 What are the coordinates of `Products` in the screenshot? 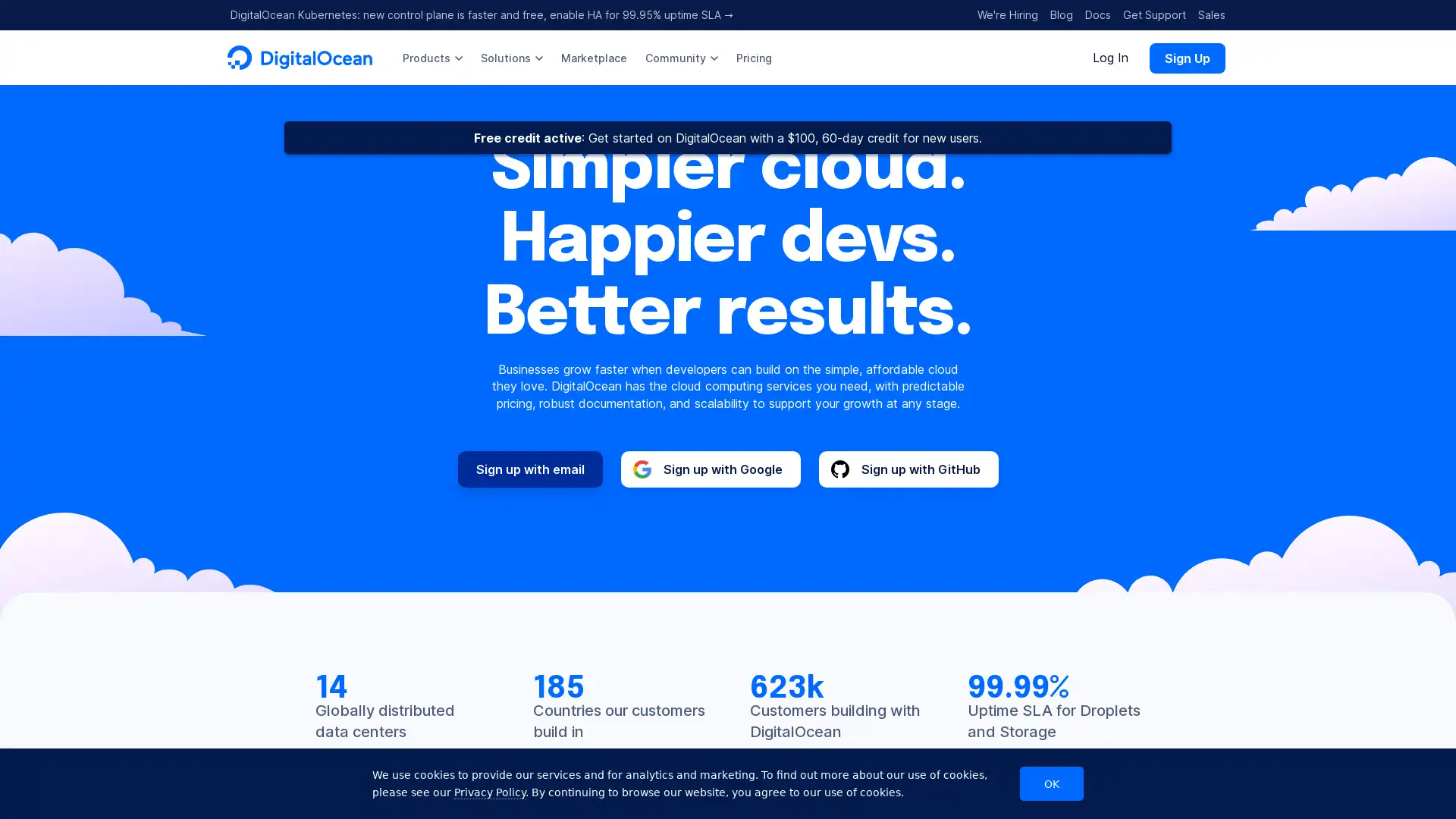 It's located at (431, 57).